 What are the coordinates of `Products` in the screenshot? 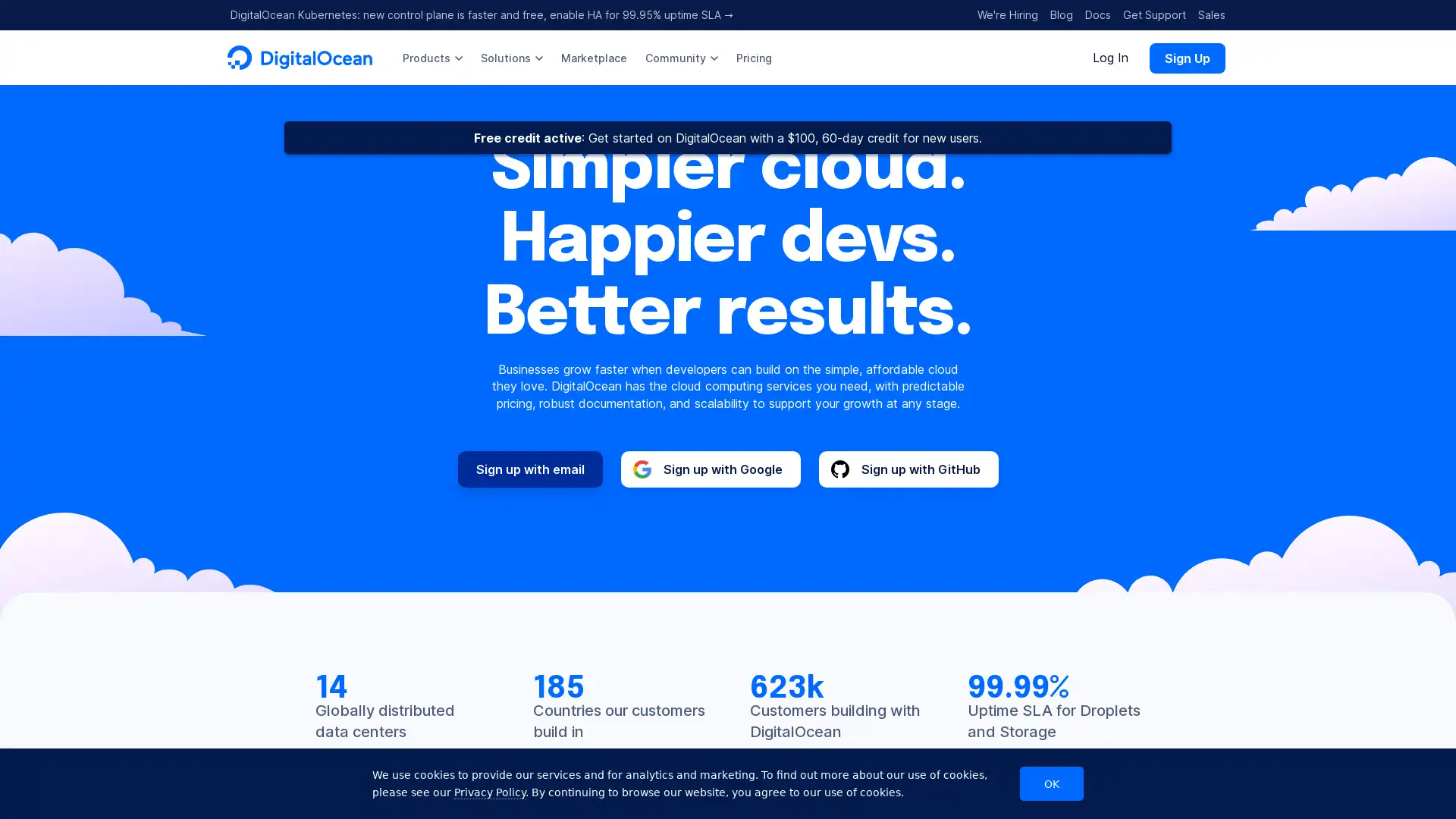 It's located at (431, 57).